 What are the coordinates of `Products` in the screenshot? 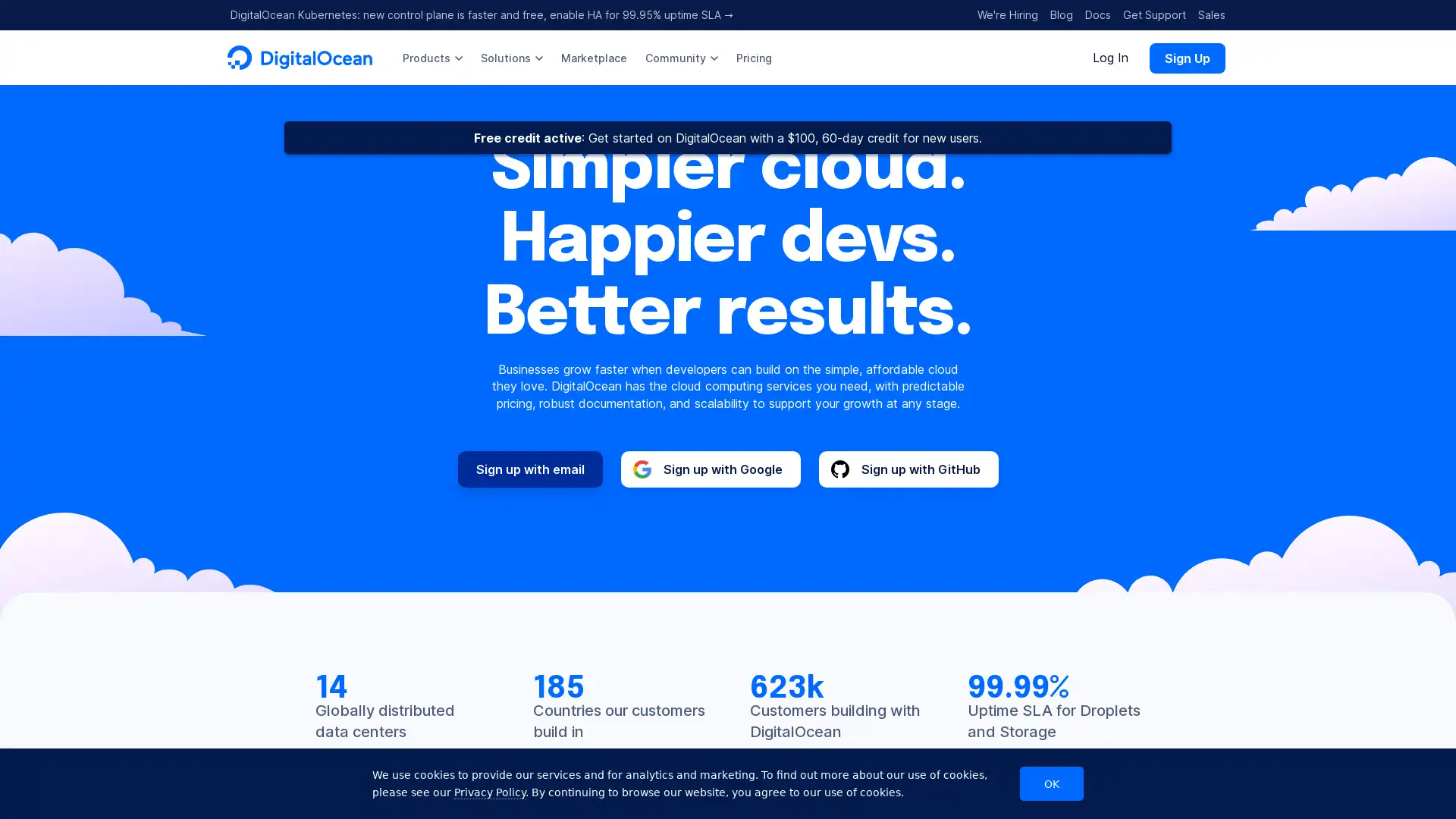 It's located at (431, 57).